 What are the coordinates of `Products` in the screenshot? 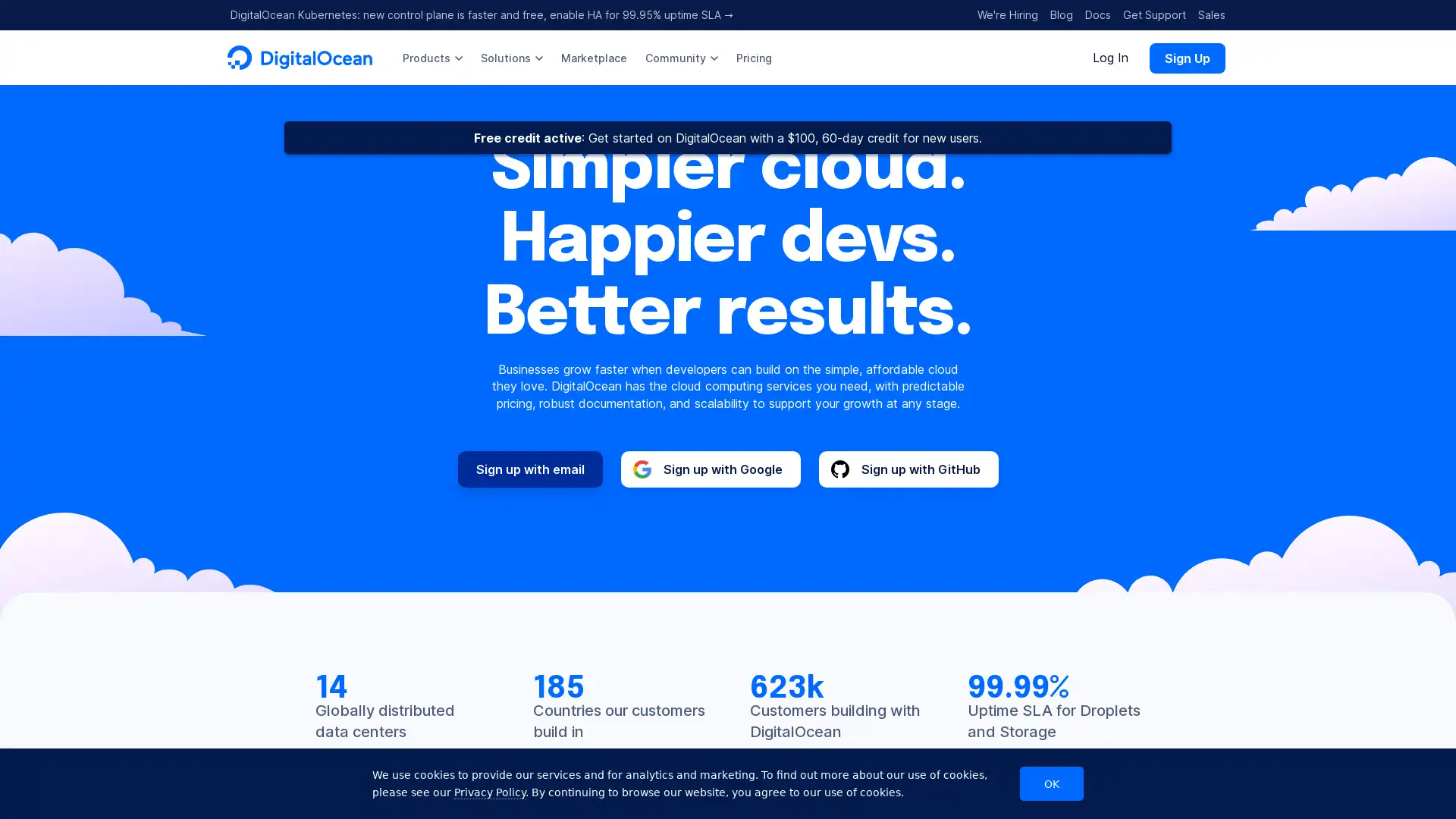 It's located at (431, 57).